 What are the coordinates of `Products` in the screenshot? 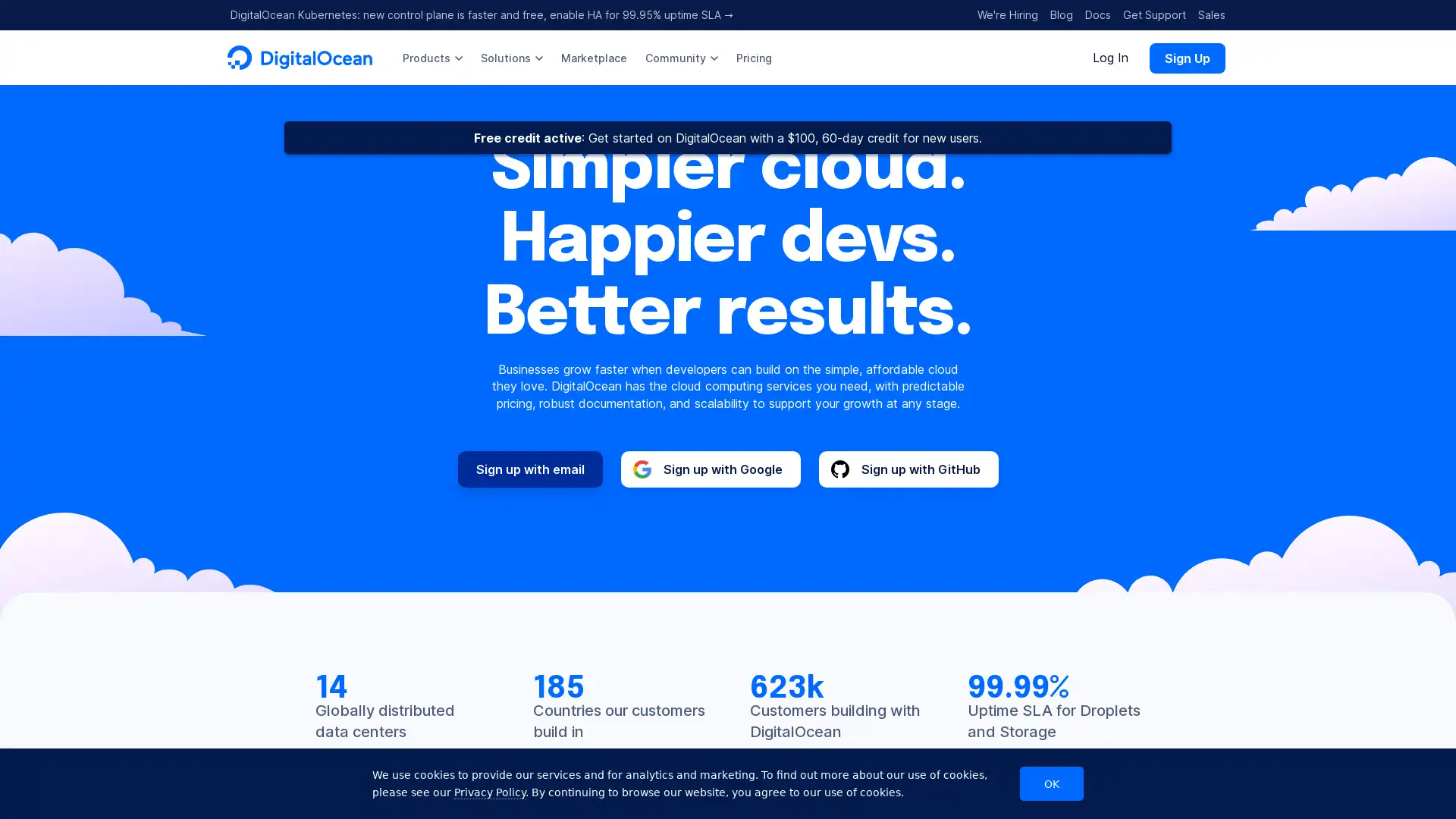 It's located at (431, 57).